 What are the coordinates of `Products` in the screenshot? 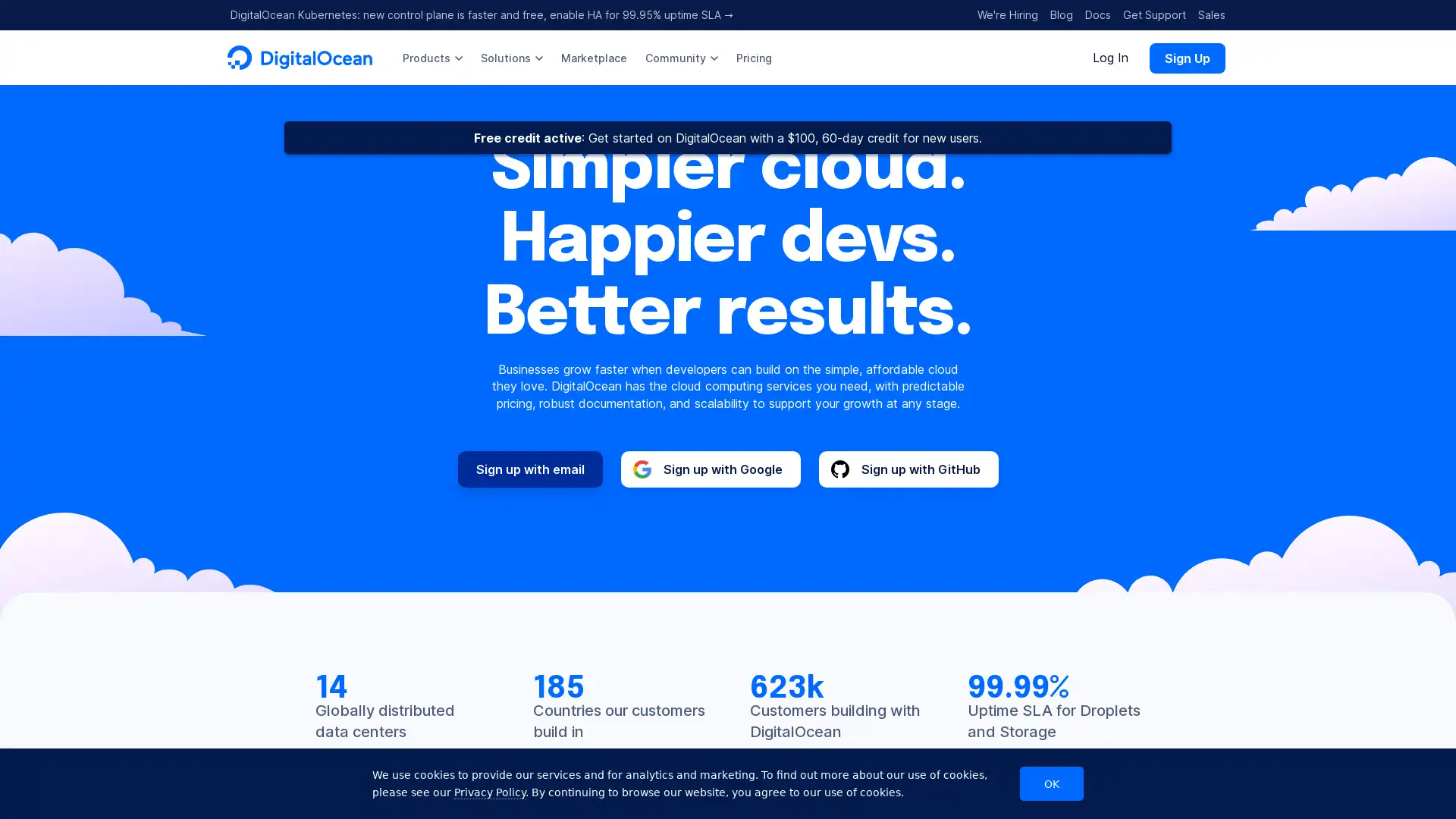 It's located at (431, 57).